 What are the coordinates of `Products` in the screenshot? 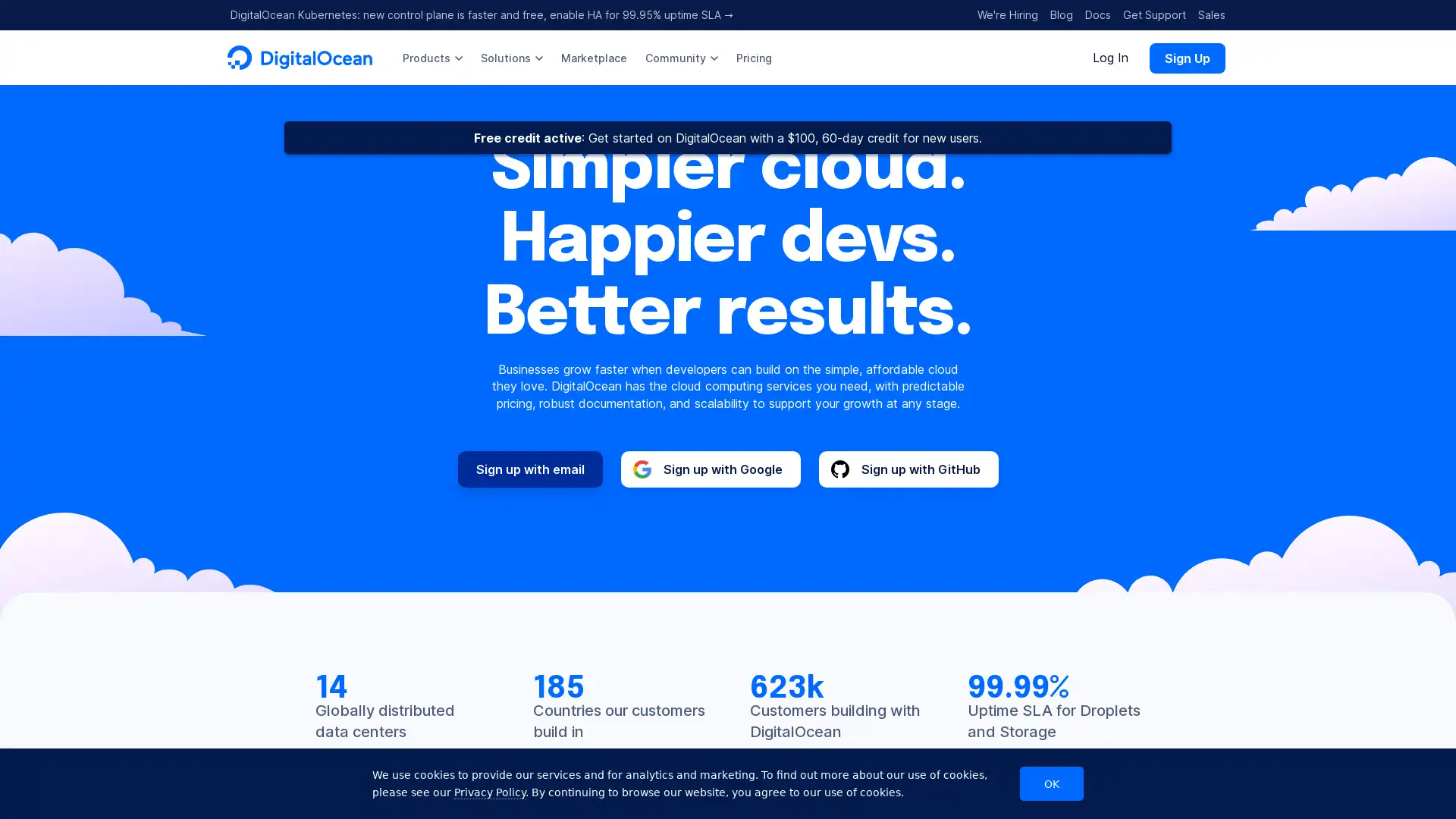 It's located at (431, 57).